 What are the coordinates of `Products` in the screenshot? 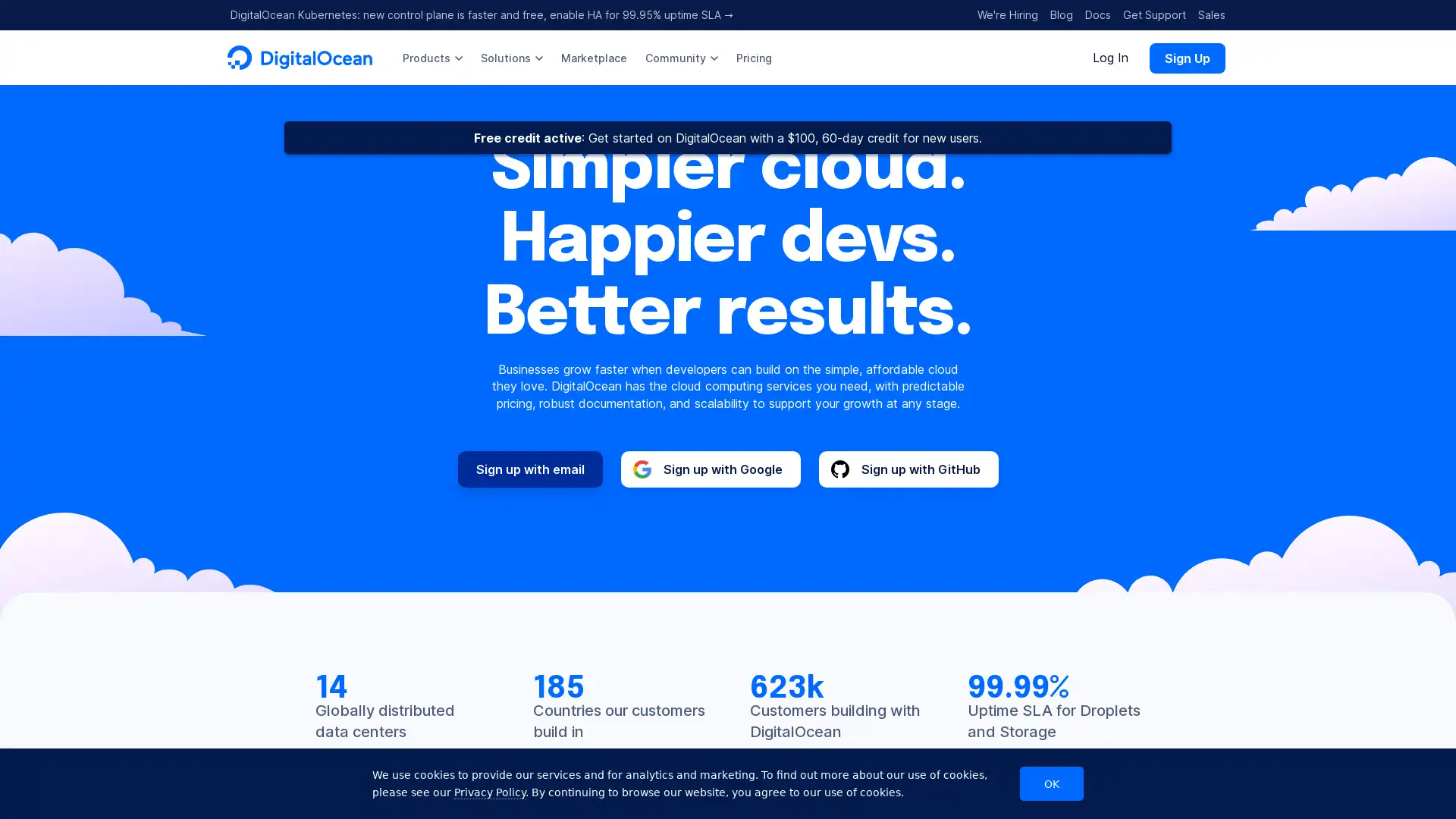 It's located at (431, 57).